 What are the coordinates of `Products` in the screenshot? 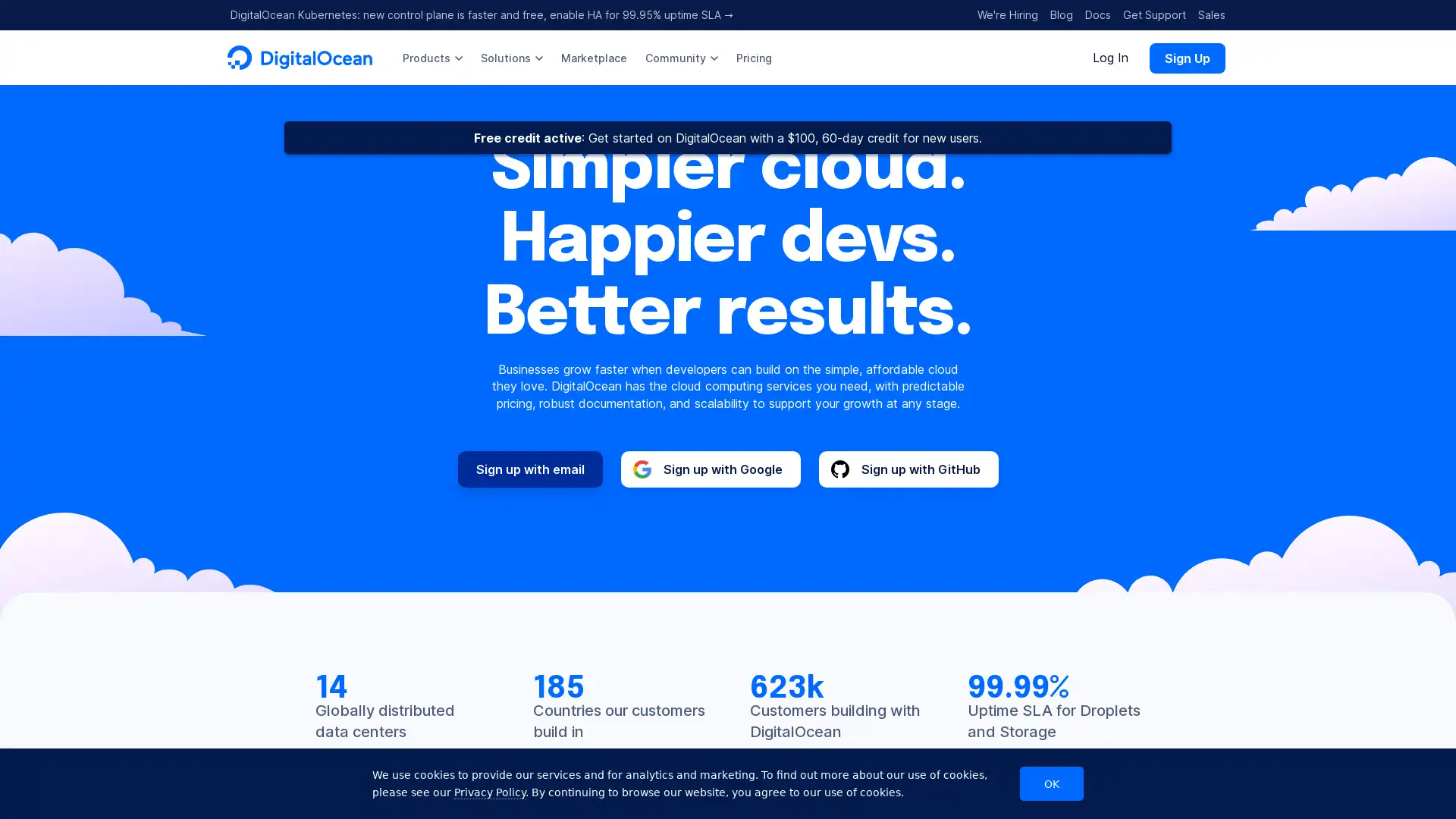 It's located at (431, 57).